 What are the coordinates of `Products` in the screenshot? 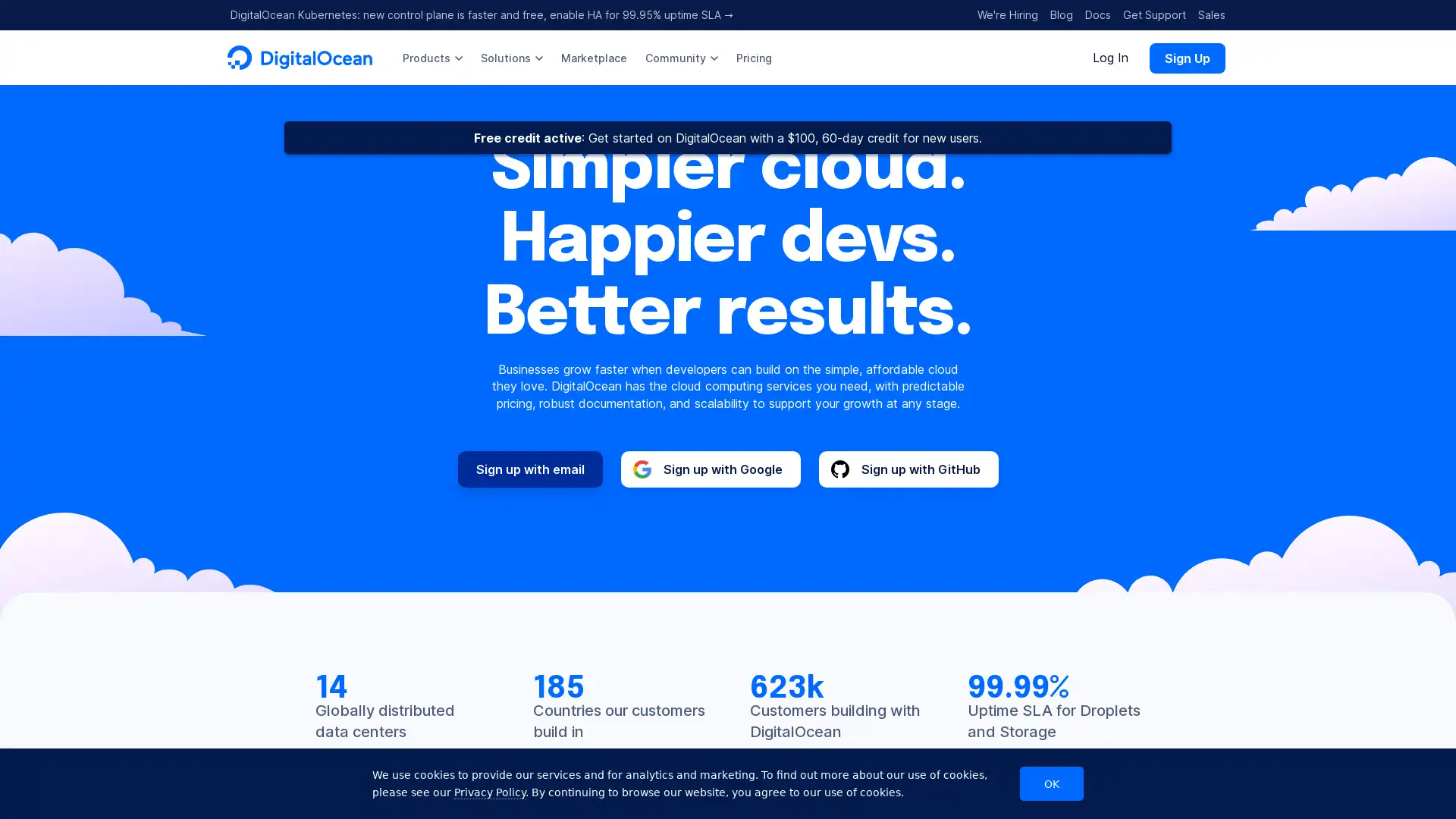 It's located at (431, 57).